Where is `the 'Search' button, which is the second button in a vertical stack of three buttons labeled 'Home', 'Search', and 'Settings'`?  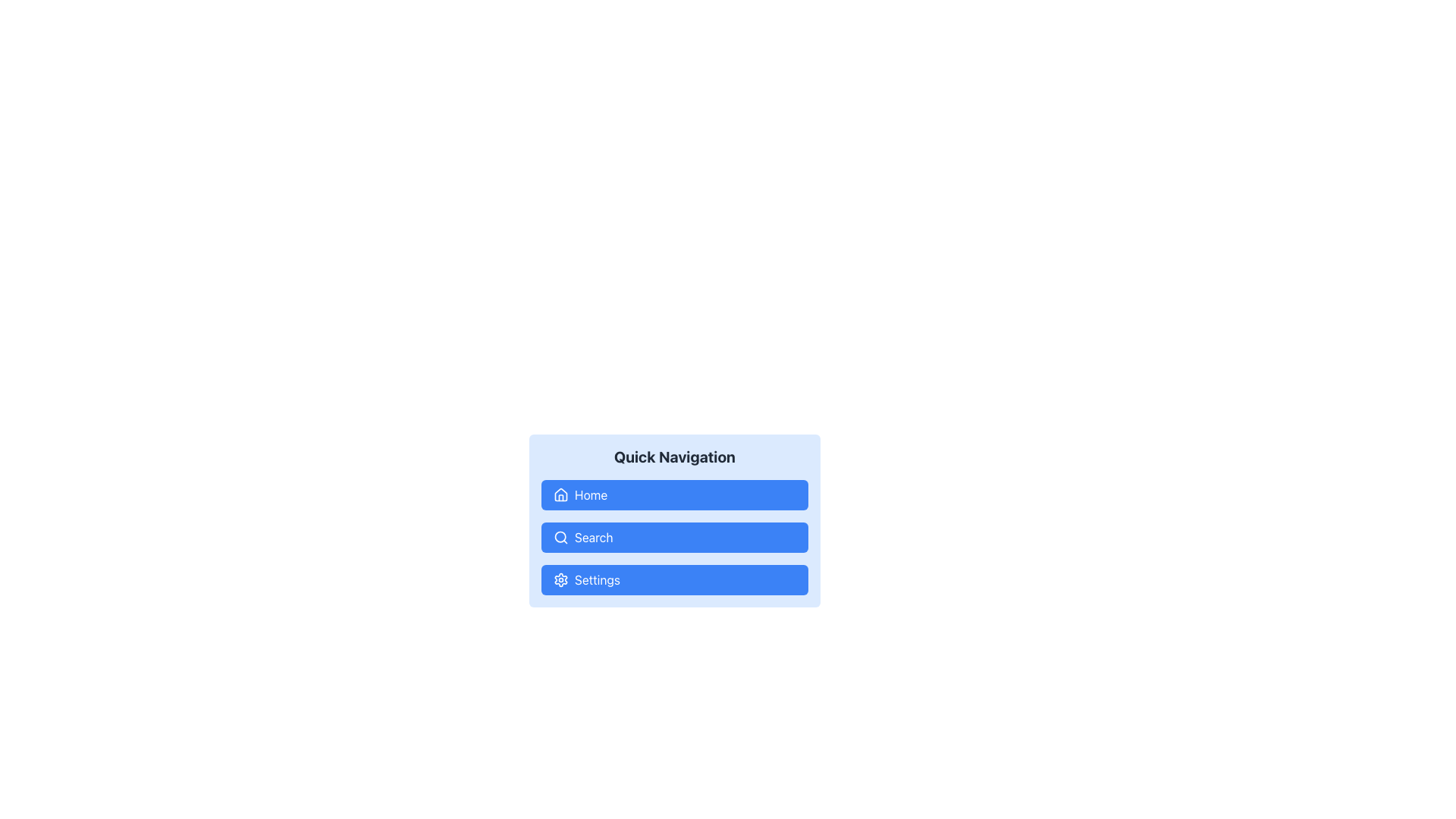
the 'Search' button, which is the second button in a vertical stack of three buttons labeled 'Home', 'Search', and 'Settings' is located at coordinates (673, 537).